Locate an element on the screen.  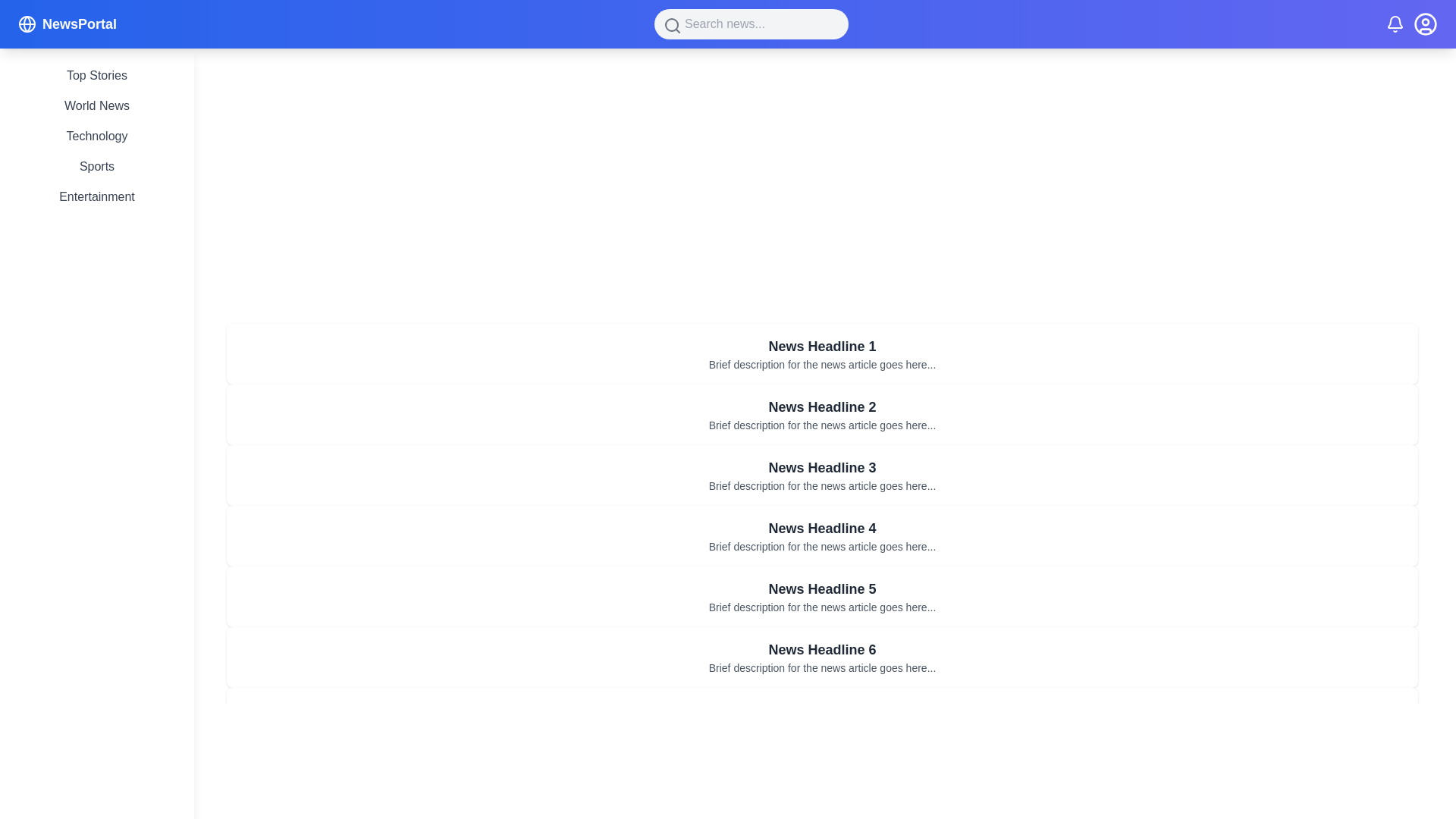
the interactive card that serves as a preview for a news article, positioned as the sixth card in a vertical grid of cards is located at coordinates (821, 657).